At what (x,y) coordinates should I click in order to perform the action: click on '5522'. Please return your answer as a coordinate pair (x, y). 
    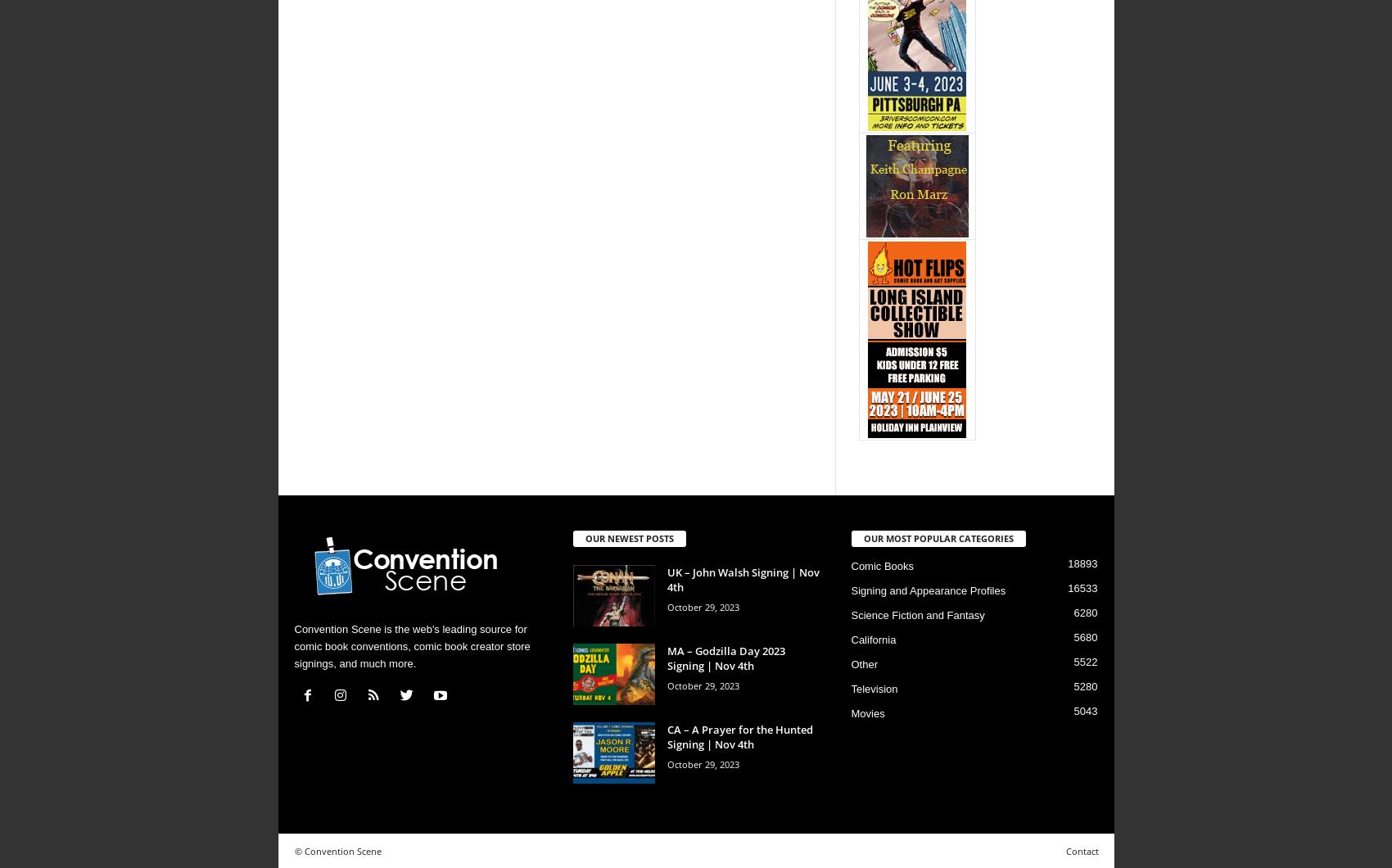
    Looking at the image, I should click on (1085, 661).